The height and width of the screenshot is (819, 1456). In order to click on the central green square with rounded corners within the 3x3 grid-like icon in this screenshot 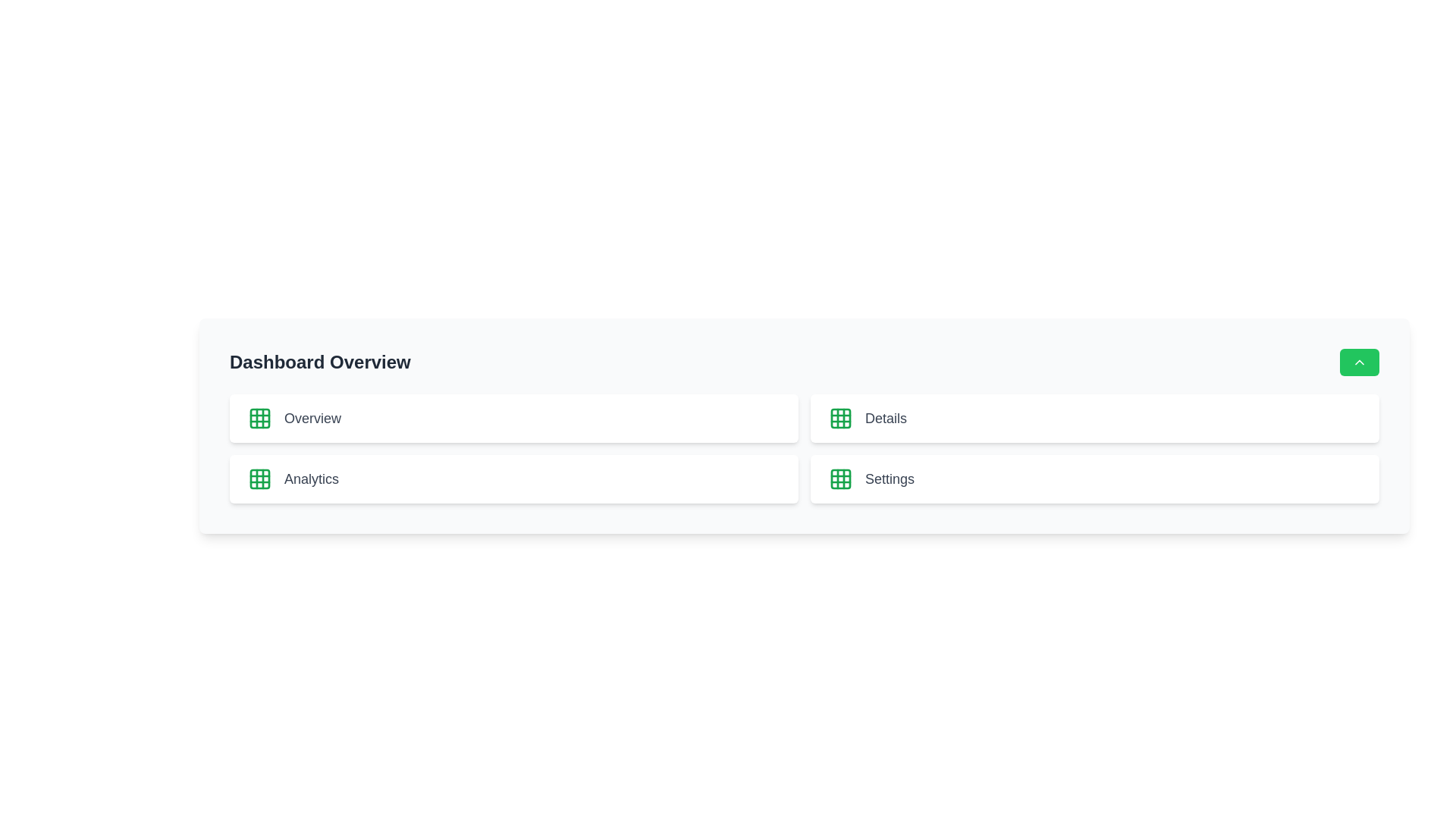, I will do `click(839, 418)`.